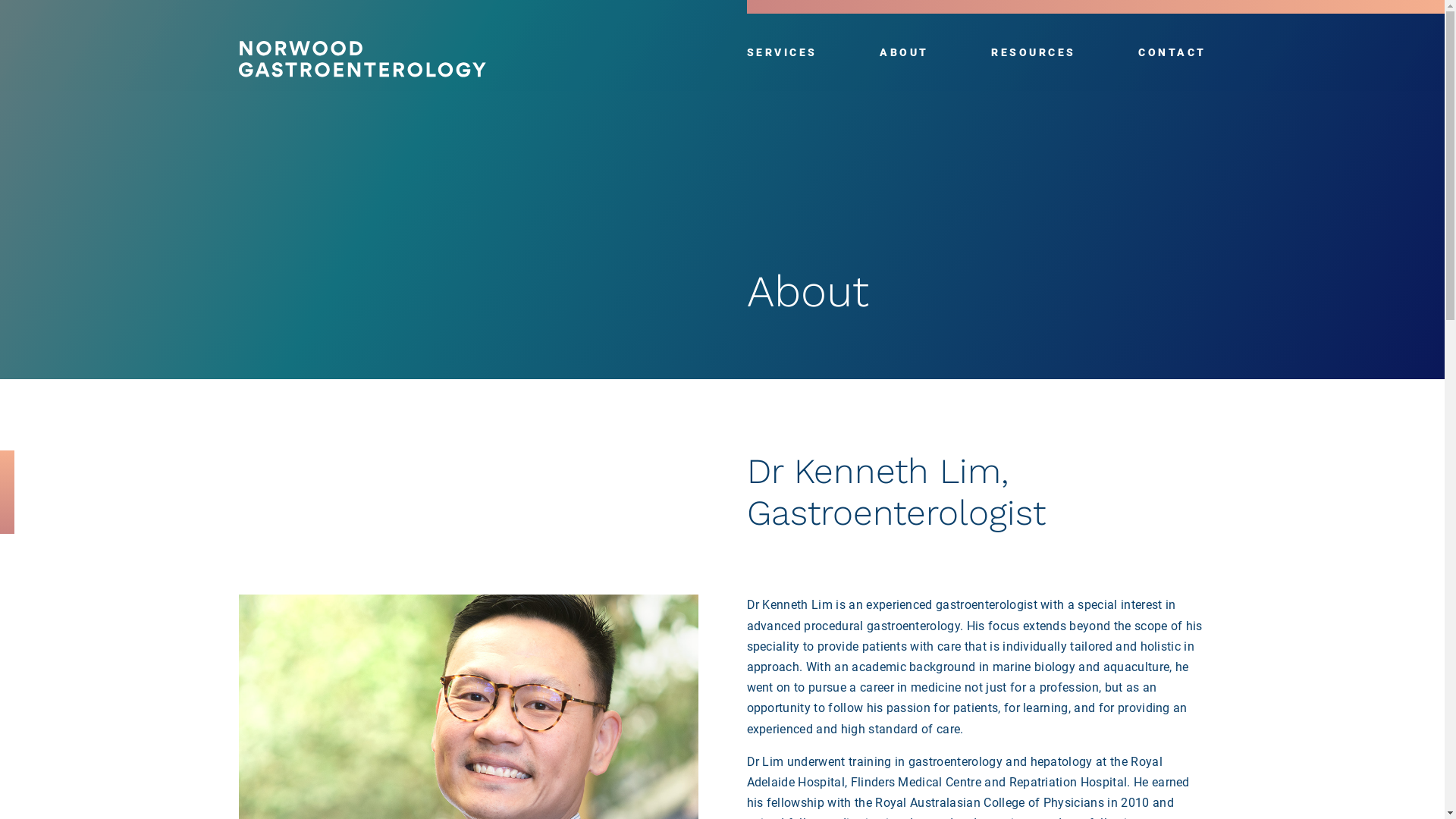  Describe the element at coordinates (781, 52) in the screenshot. I see `'SERVICES'` at that location.